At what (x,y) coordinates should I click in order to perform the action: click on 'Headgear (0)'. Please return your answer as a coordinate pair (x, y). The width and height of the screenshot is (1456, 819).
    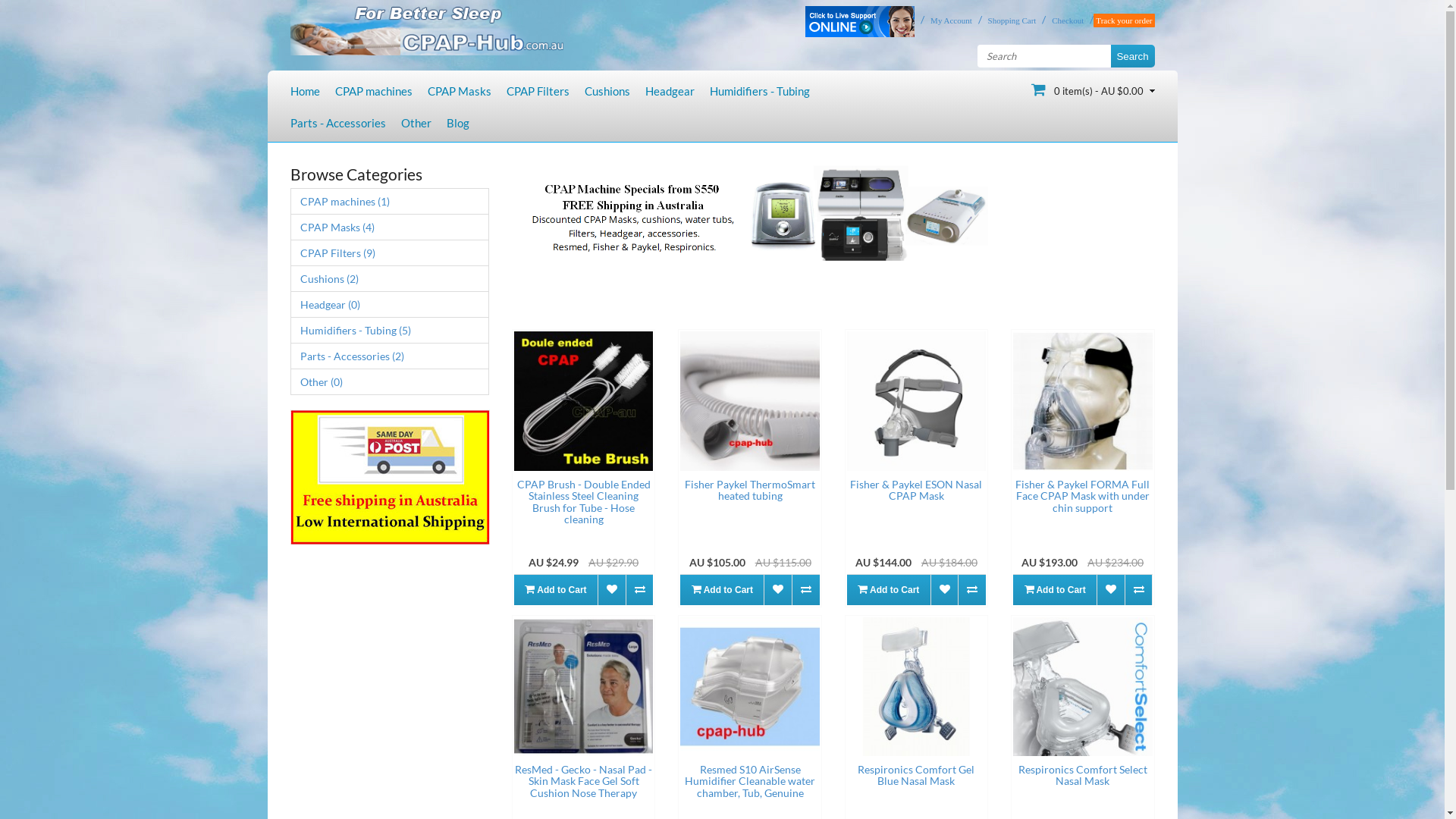
    Looking at the image, I should click on (389, 304).